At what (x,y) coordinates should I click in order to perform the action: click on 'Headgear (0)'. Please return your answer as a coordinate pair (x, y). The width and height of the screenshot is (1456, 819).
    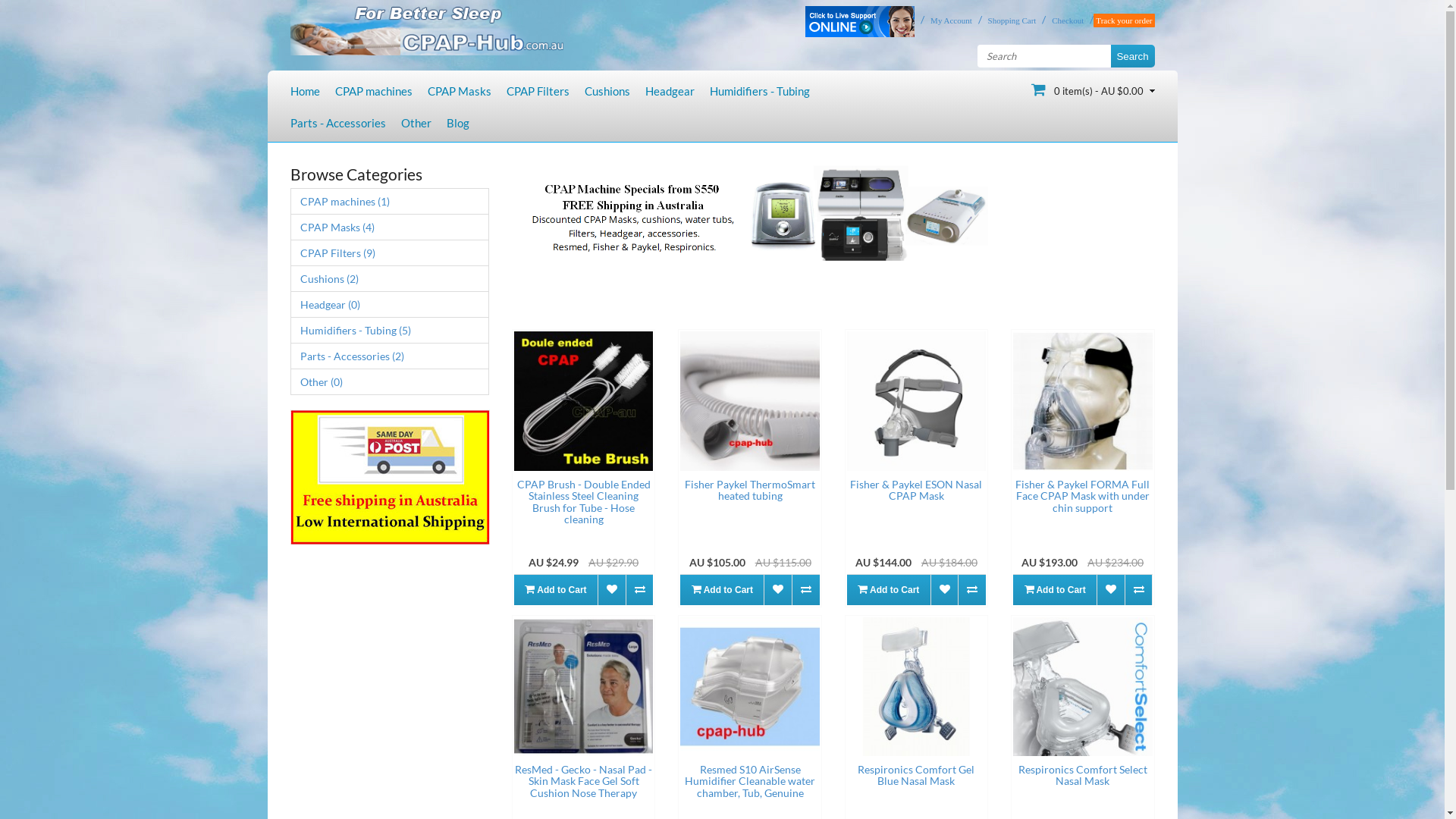
    Looking at the image, I should click on (389, 304).